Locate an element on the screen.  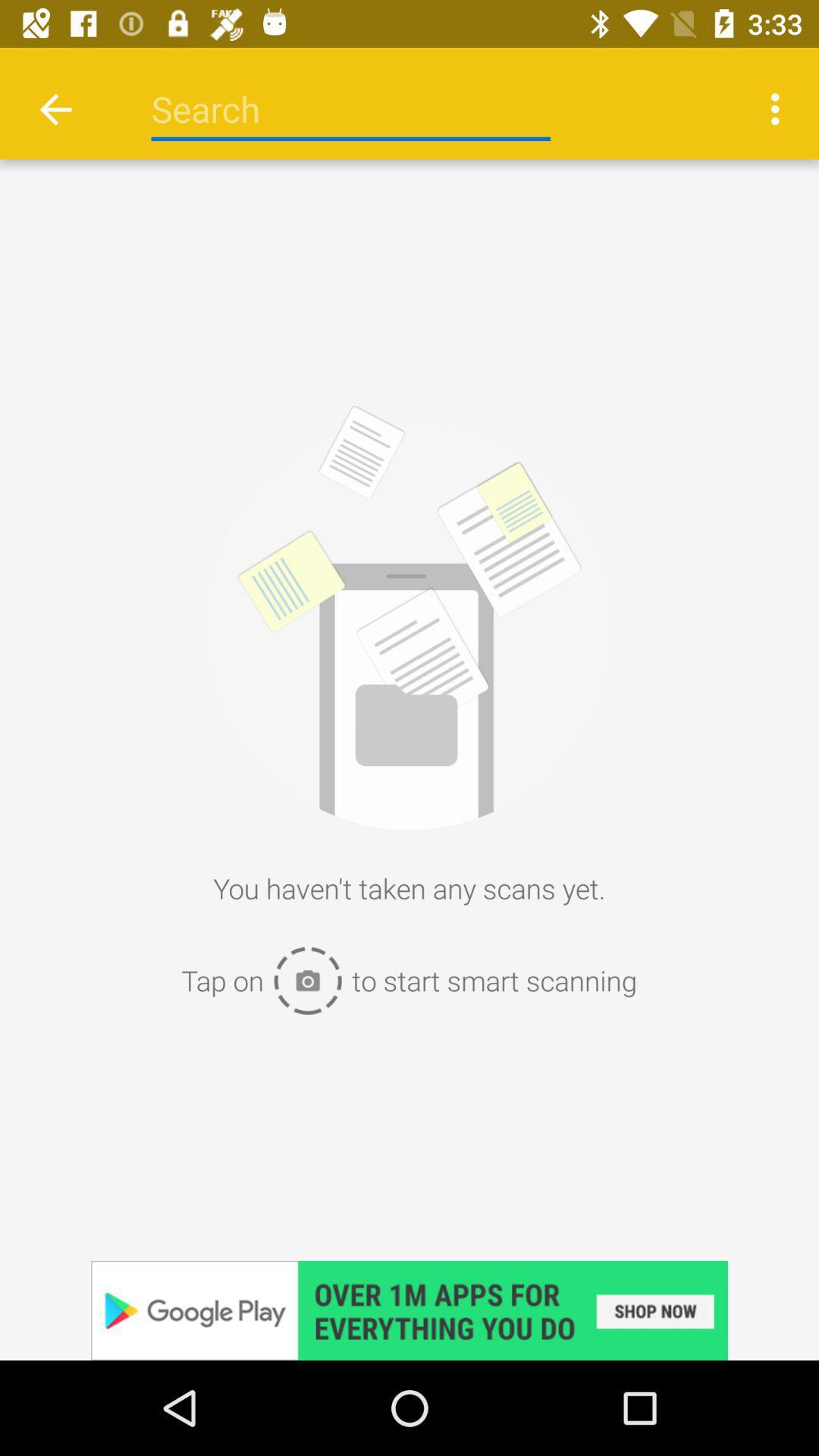
the advertisement is located at coordinates (409, 1310).